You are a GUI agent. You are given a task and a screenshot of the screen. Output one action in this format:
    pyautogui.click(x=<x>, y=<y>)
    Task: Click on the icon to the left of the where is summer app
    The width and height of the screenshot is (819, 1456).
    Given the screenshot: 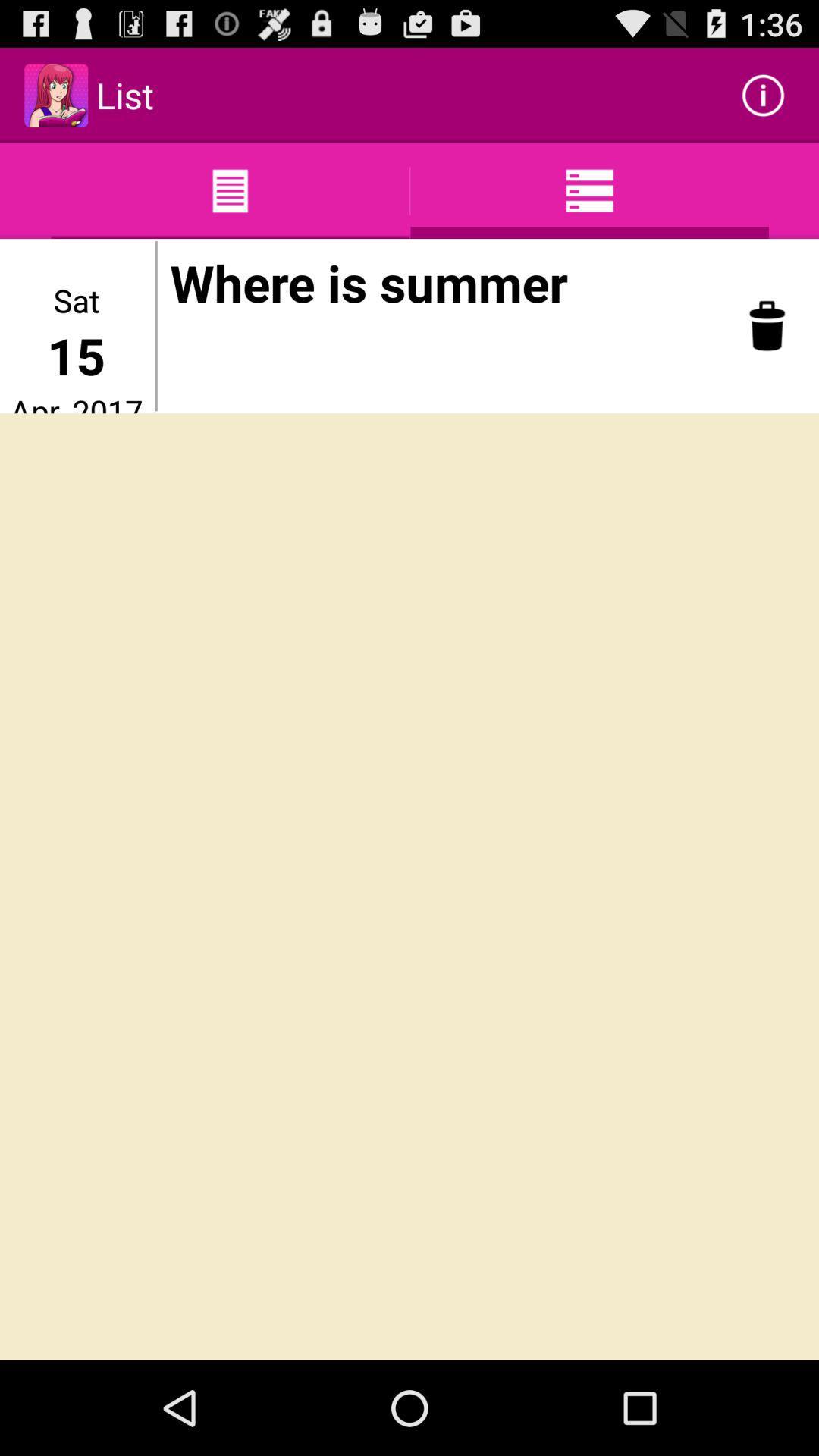 What is the action you would take?
    pyautogui.click(x=156, y=325)
    